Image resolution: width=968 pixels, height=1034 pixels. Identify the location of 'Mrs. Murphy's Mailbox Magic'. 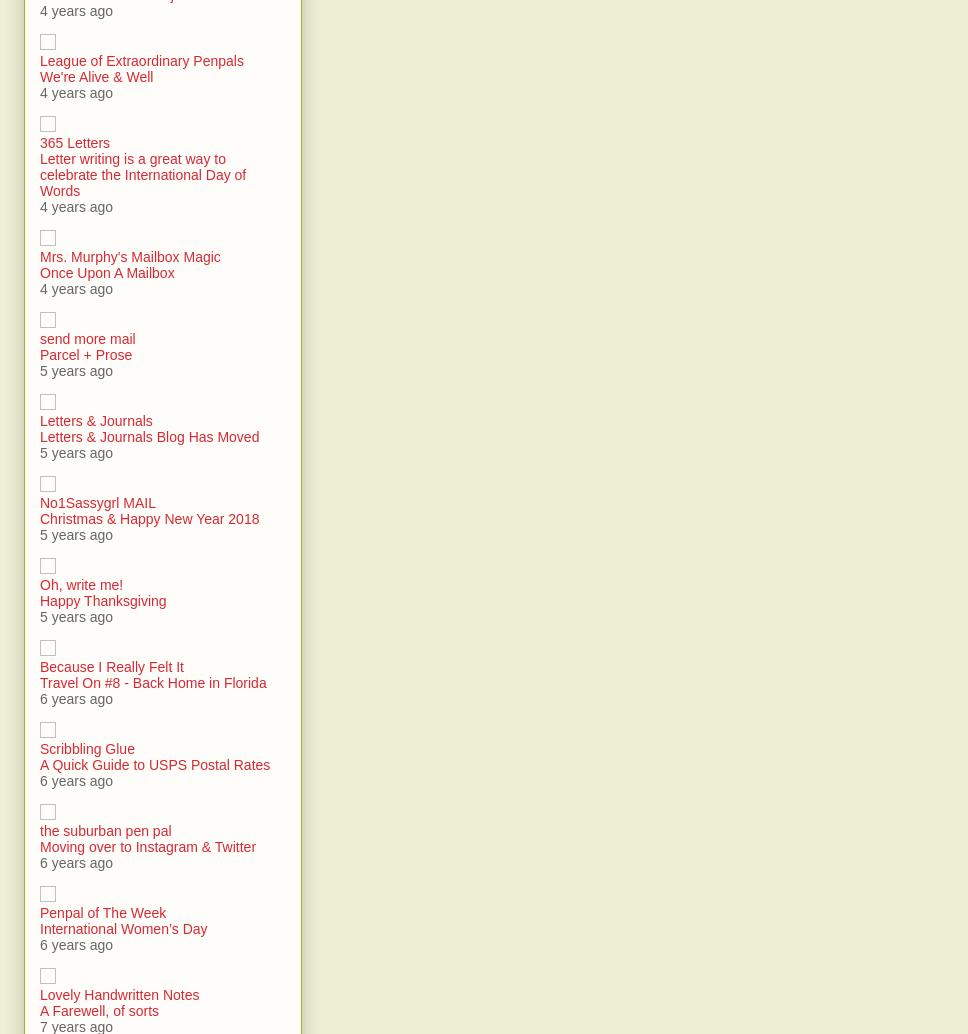
(129, 256).